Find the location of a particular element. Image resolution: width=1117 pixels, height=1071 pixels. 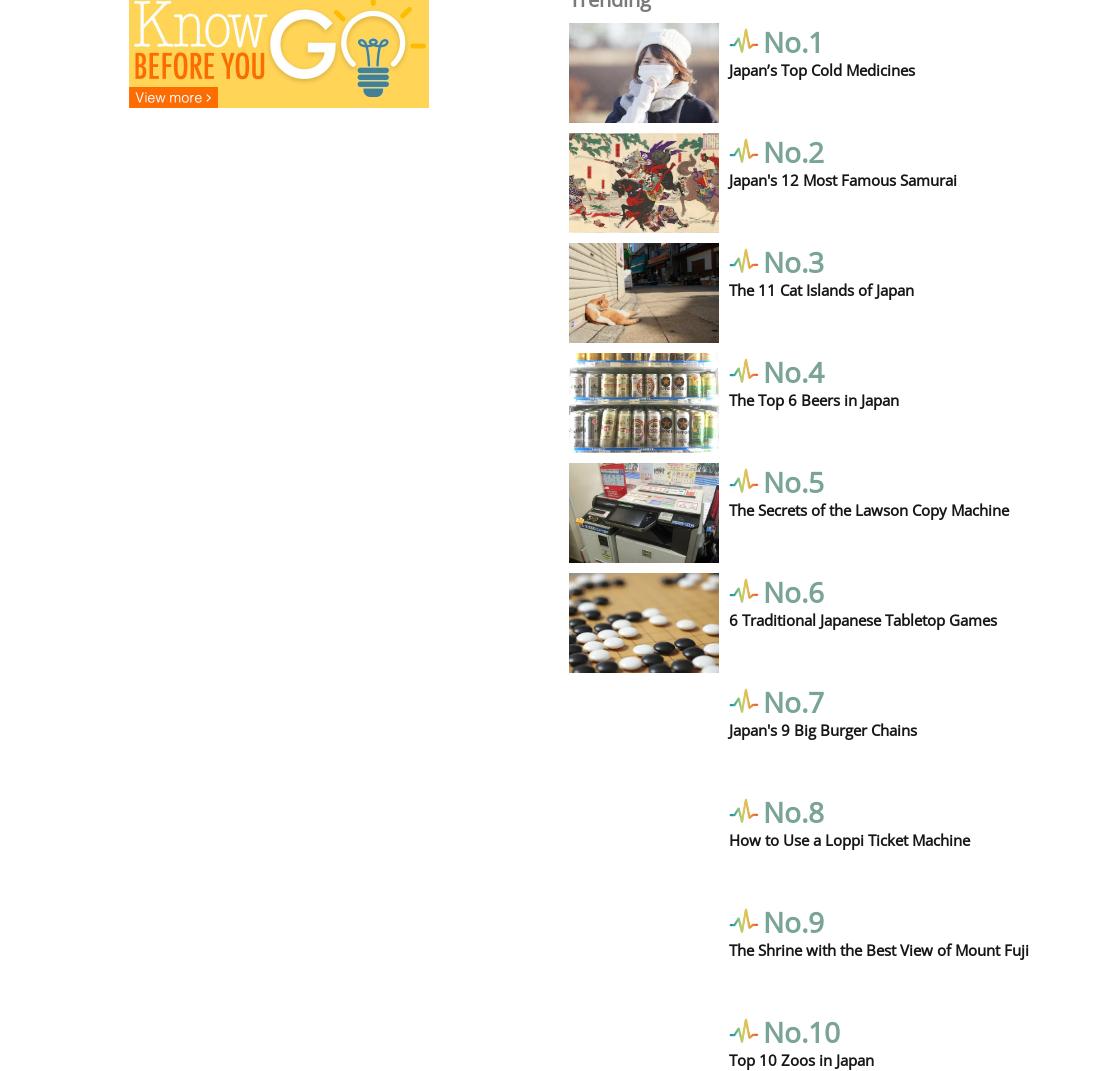

'How to Use a Loppi Ticket Machine' is located at coordinates (848, 838).